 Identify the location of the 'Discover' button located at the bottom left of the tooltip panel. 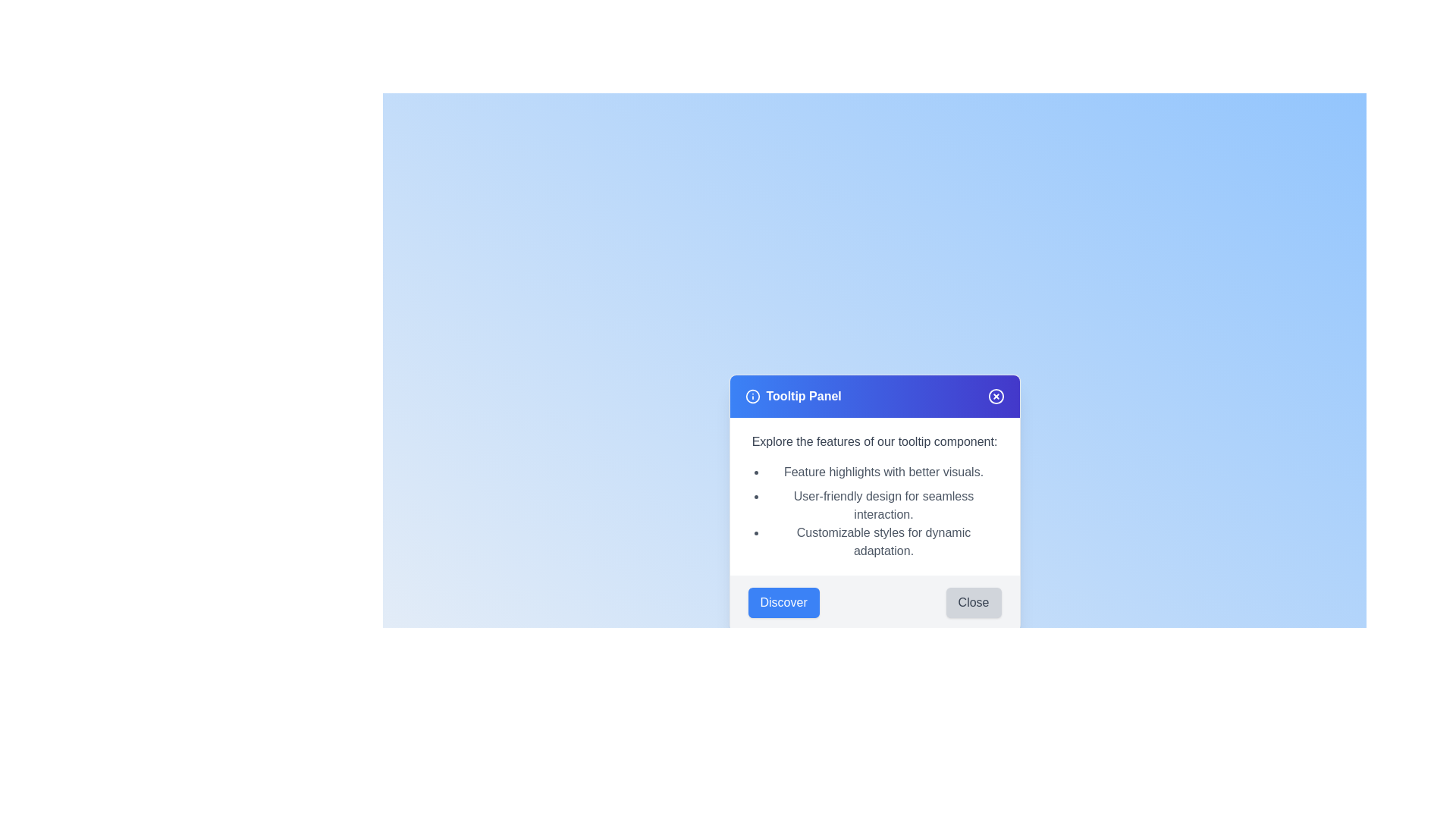
(783, 601).